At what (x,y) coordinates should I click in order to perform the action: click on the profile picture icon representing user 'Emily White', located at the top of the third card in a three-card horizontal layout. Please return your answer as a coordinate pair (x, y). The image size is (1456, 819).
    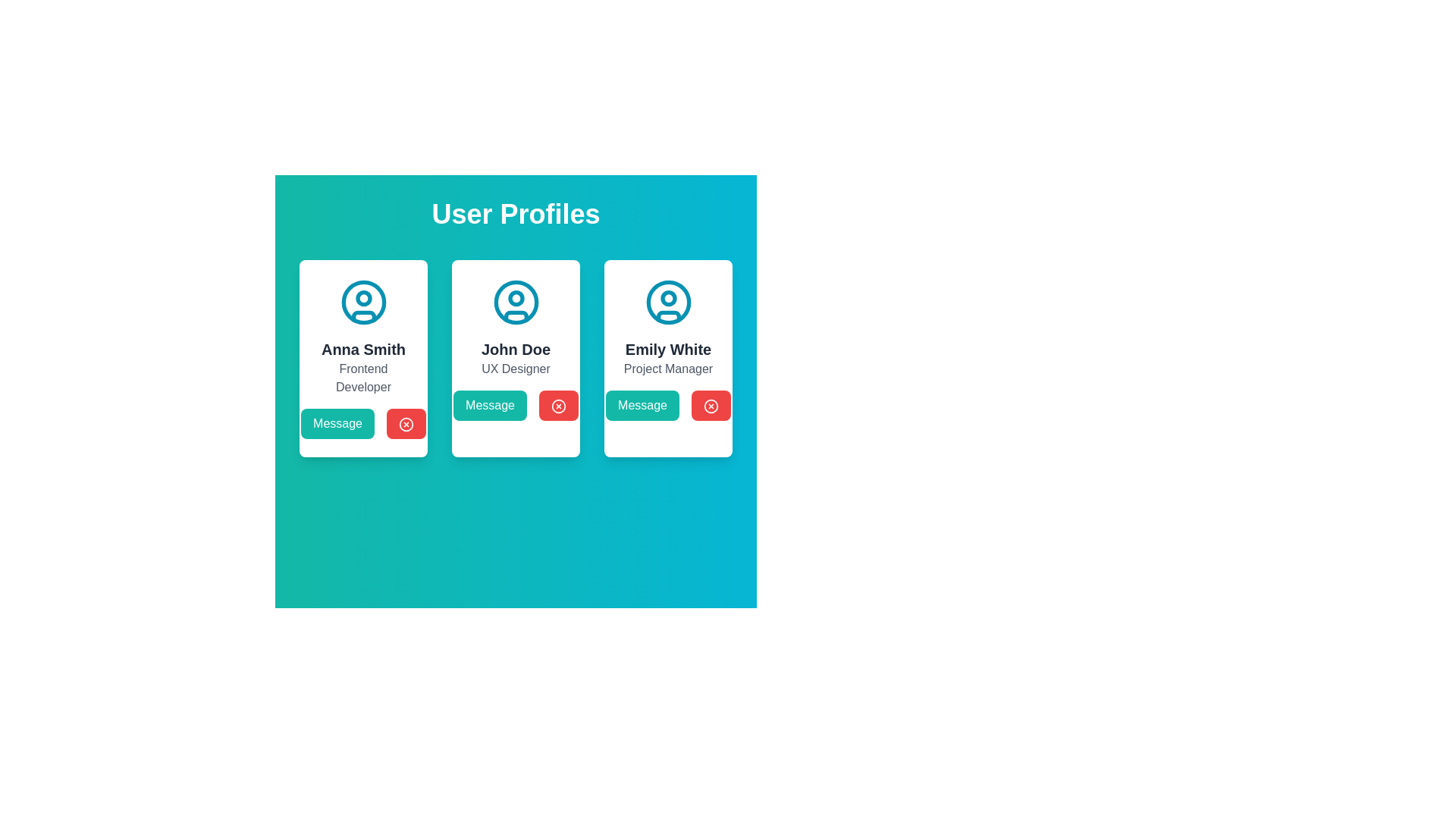
    Looking at the image, I should click on (667, 302).